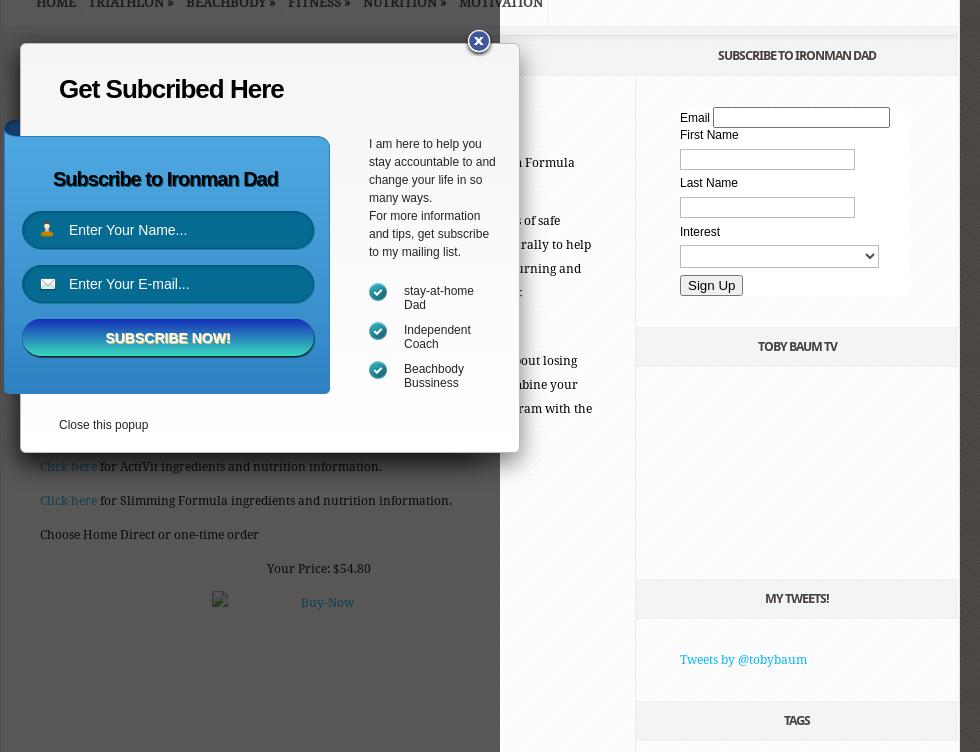  Describe the element at coordinates (57, 56) in the screenshot. I see `'Home'` at that location.